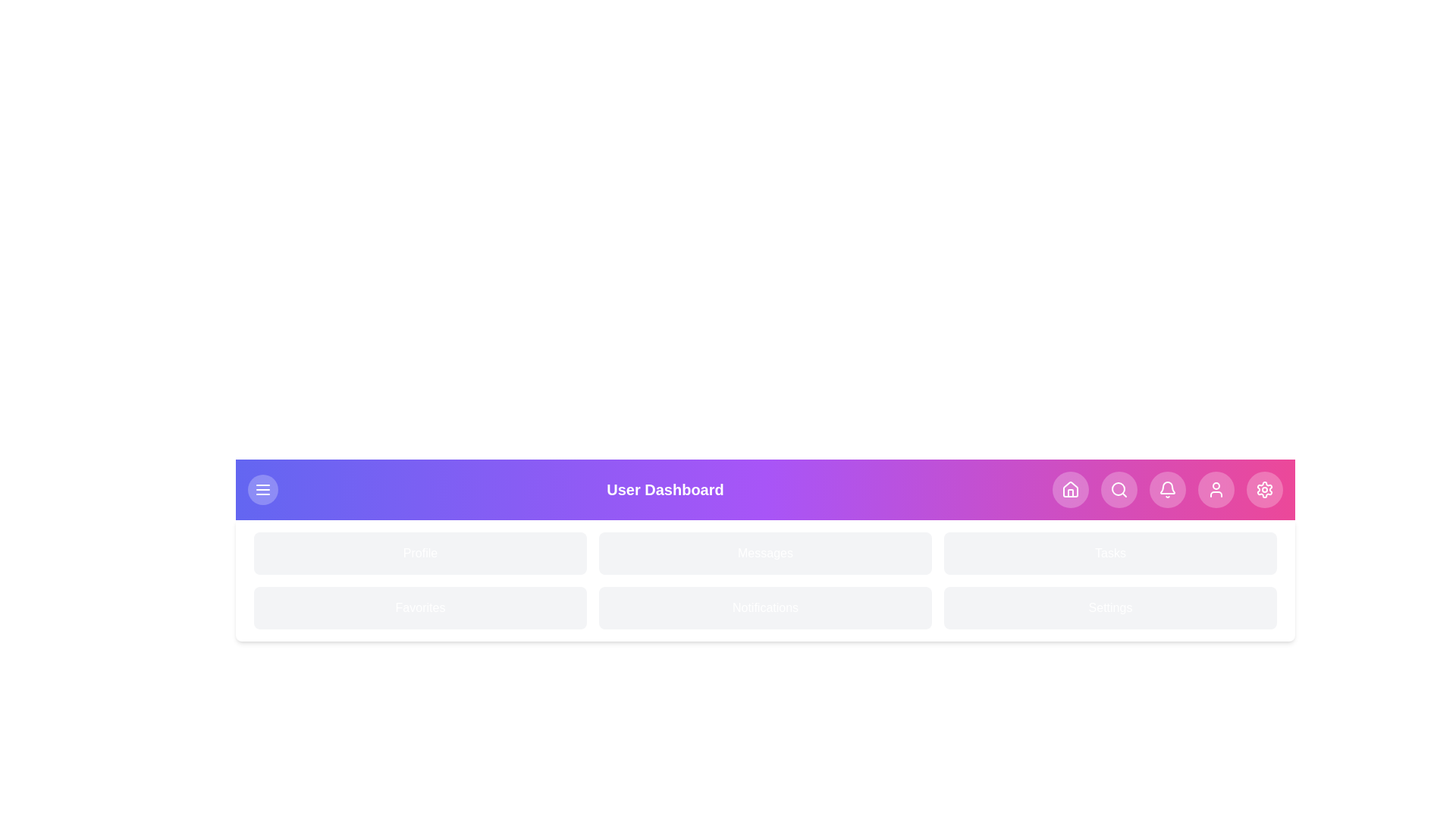 This screenshot has height=819, width=1456. What do you see at coordinates (1216, 489) in the screenshot?
I see `the navigation button corresponding to Profile` at bounding box center [1216, 489].